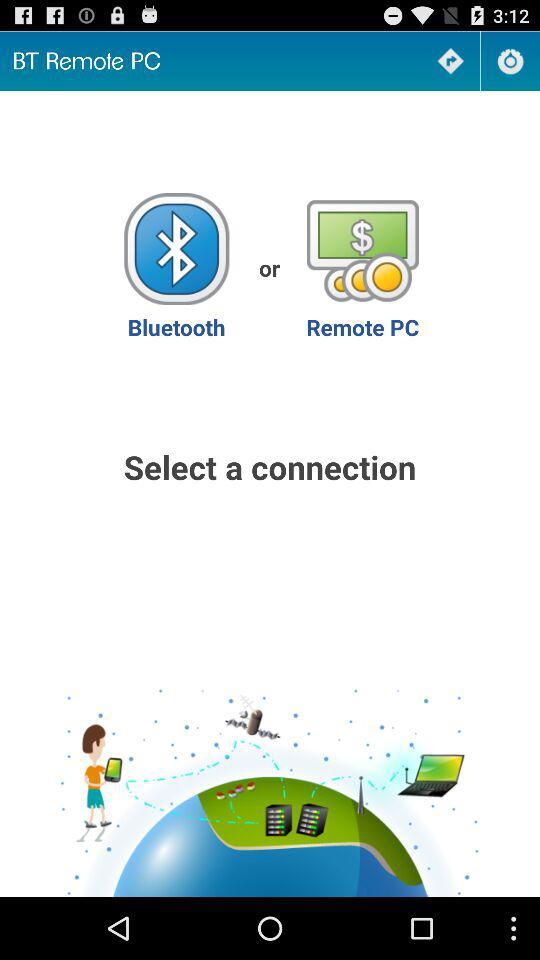  Describe the element at coordinates (176, 266) in the screenshot. I see `bluetooth` at that location.